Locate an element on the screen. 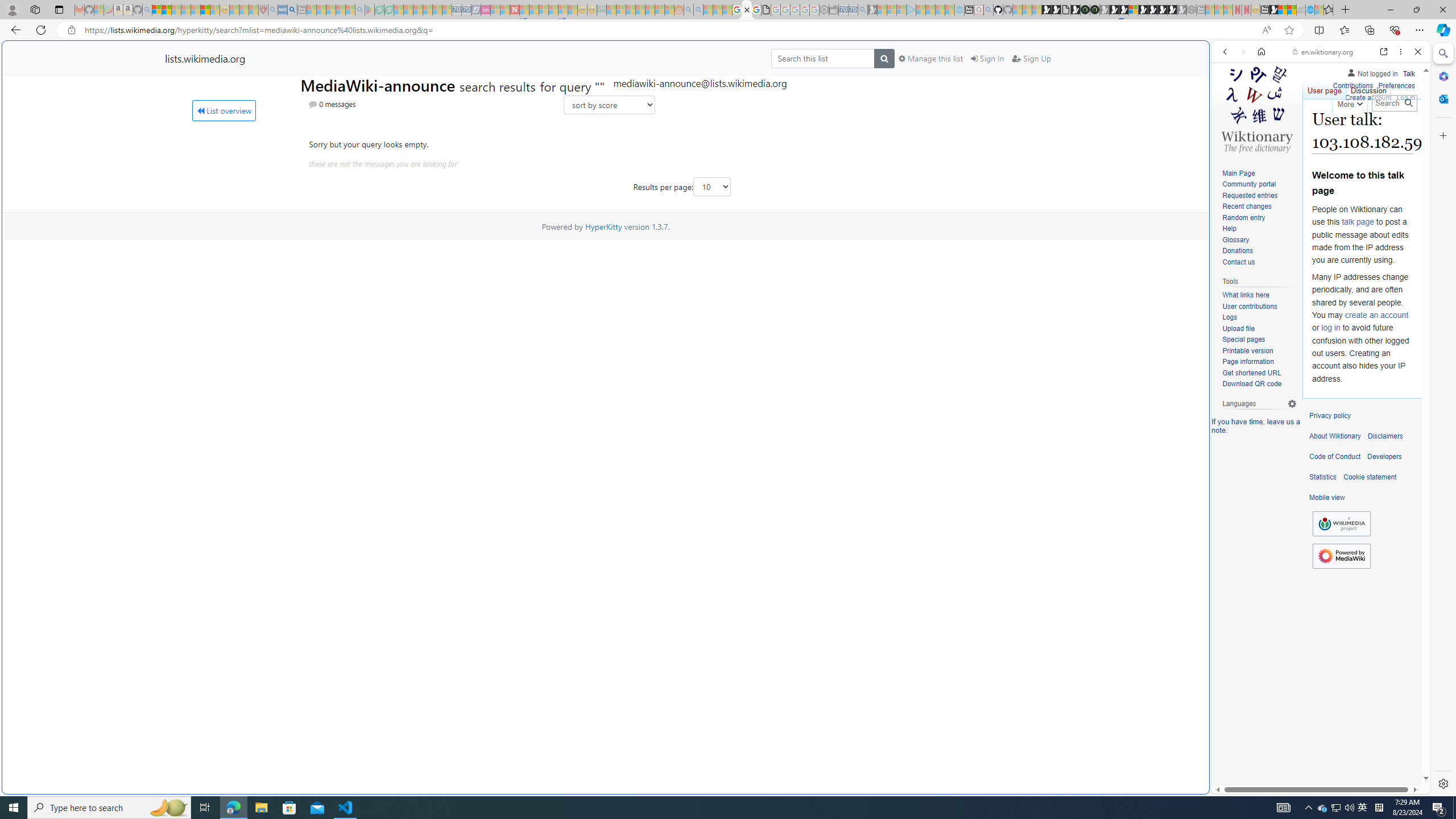  'Community portal' is located at coordinates (1259, 185).